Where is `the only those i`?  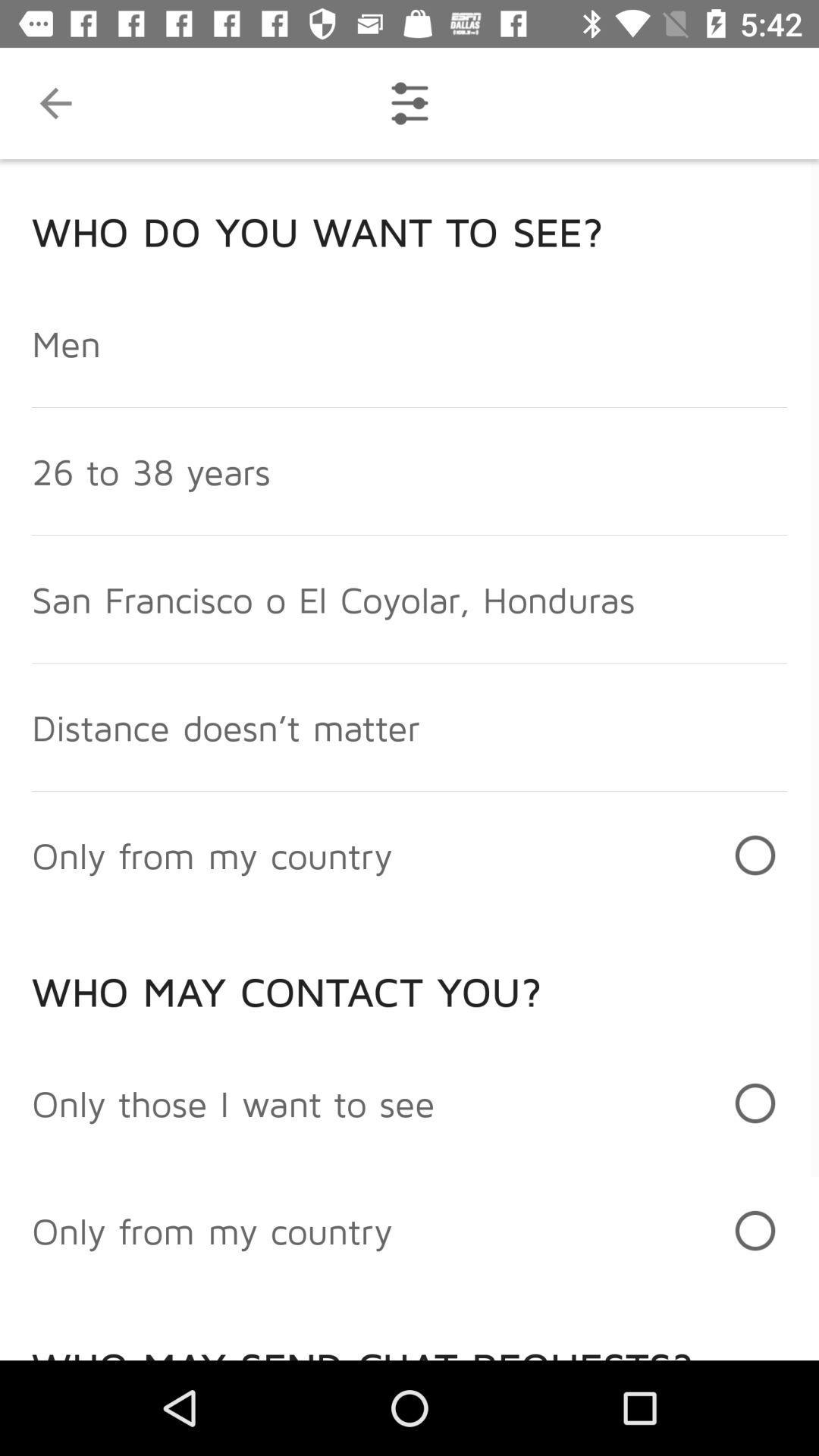
the only those i is located at coordinates (233, 1103).